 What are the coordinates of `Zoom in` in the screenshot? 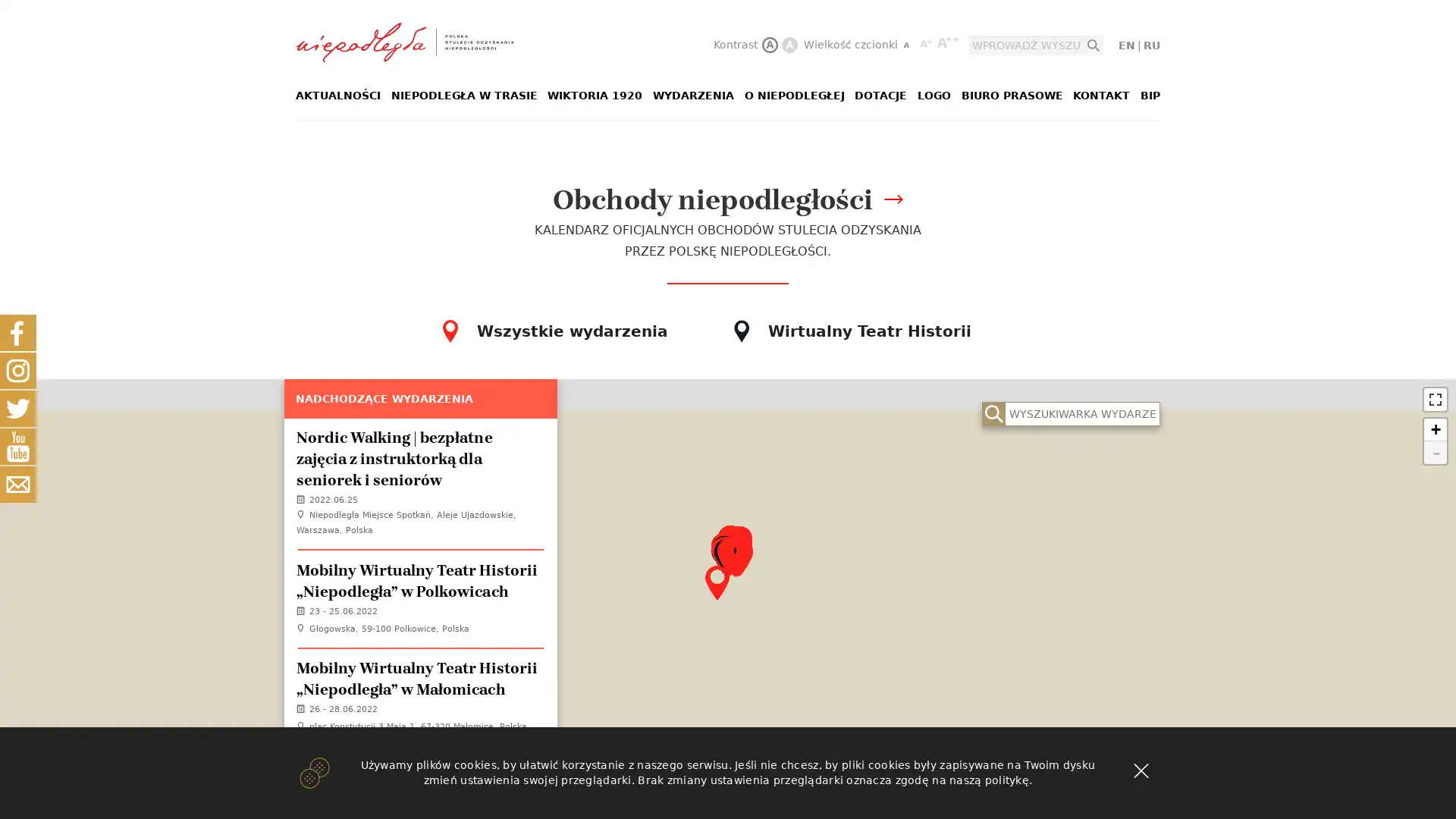 It's located at (1434, 429).